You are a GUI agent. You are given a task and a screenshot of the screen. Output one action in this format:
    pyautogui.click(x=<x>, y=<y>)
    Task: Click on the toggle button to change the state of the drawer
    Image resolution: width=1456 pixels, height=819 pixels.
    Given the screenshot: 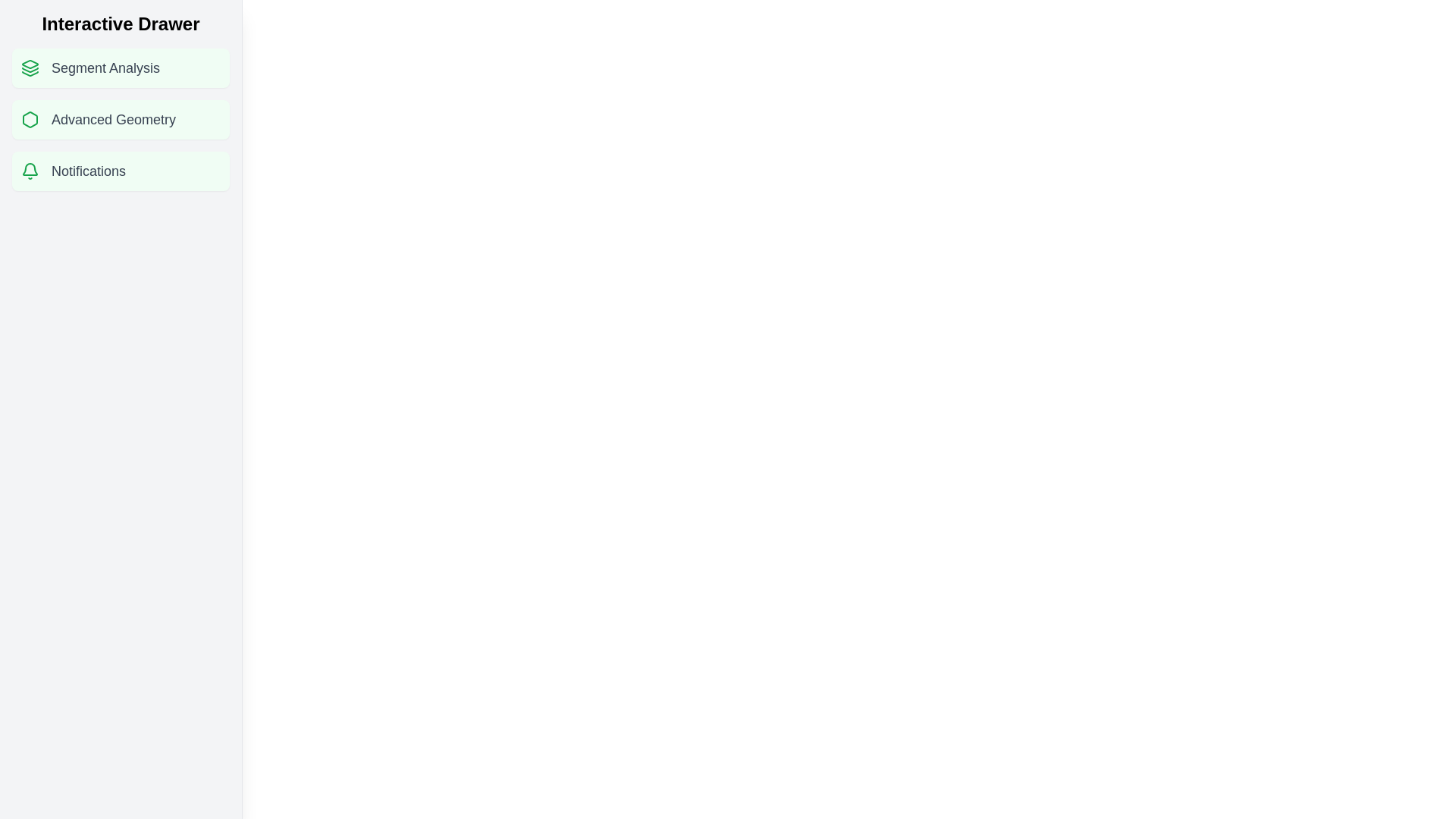 What is the action you would take?
    pyautogui.click(x=30, y=30)
    